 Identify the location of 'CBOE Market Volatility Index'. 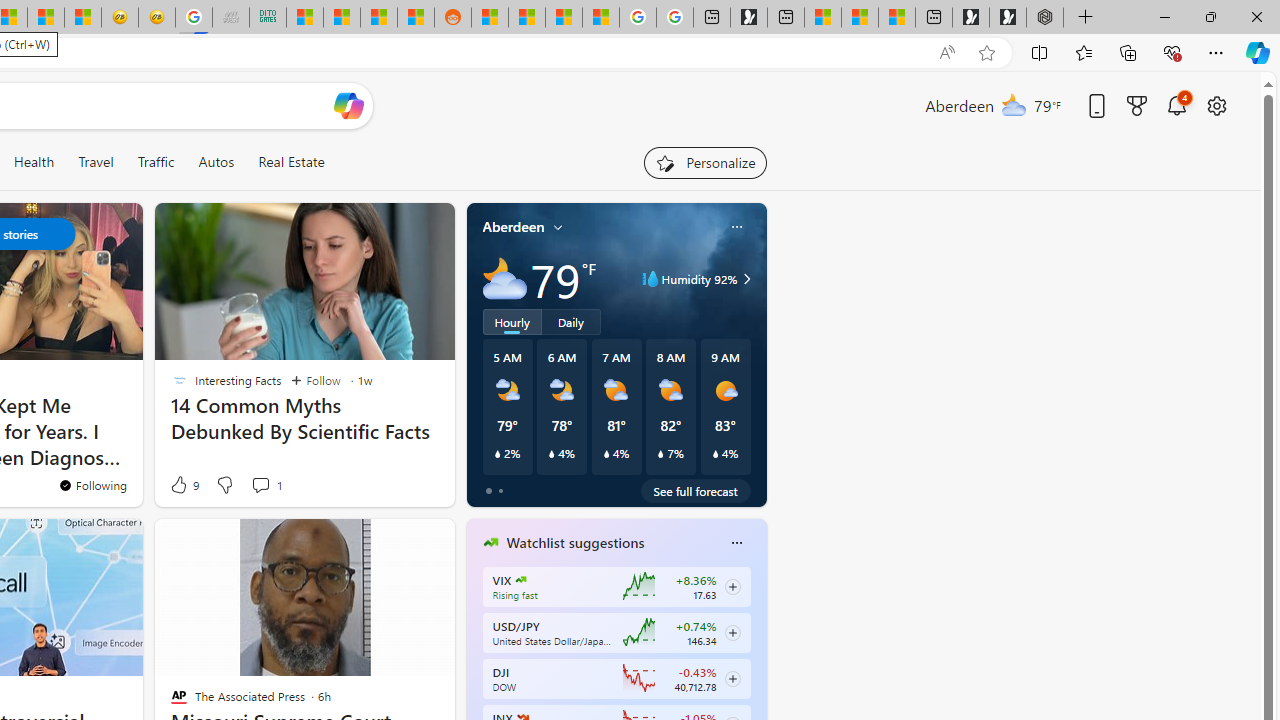
(520, 579).